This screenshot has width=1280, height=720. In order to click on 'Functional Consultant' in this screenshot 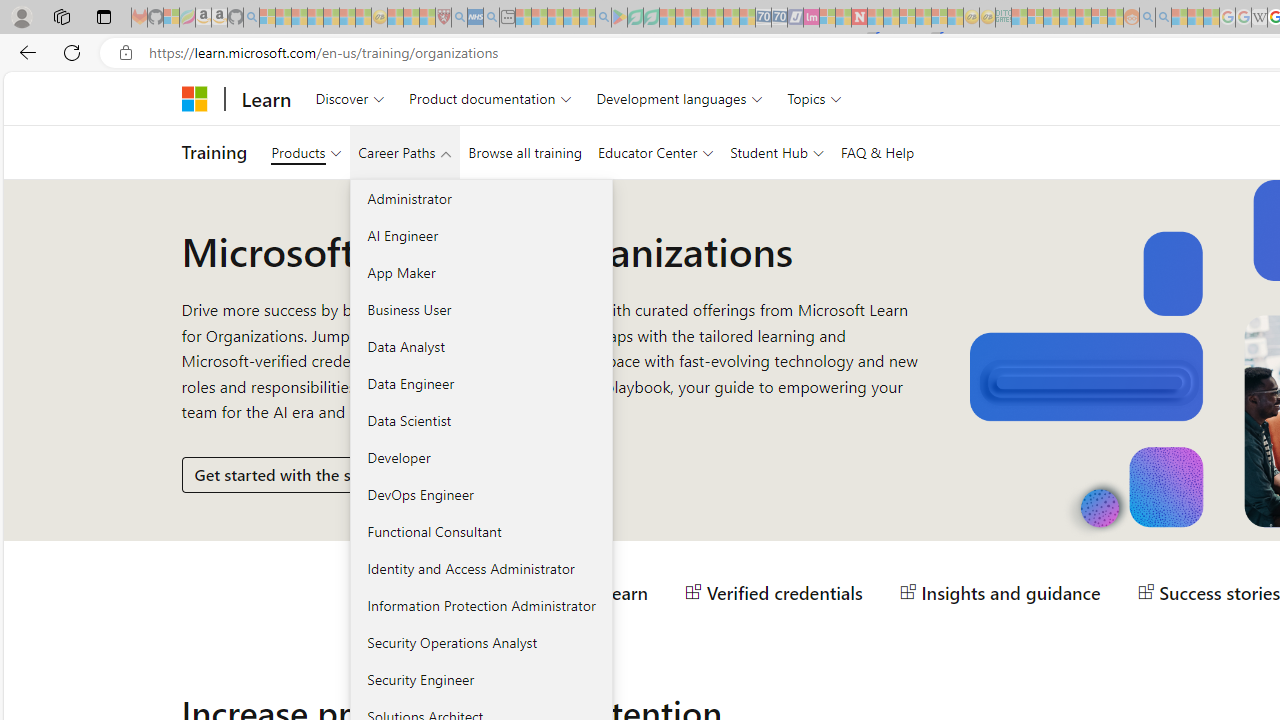, I will do `click(481, 530)`.